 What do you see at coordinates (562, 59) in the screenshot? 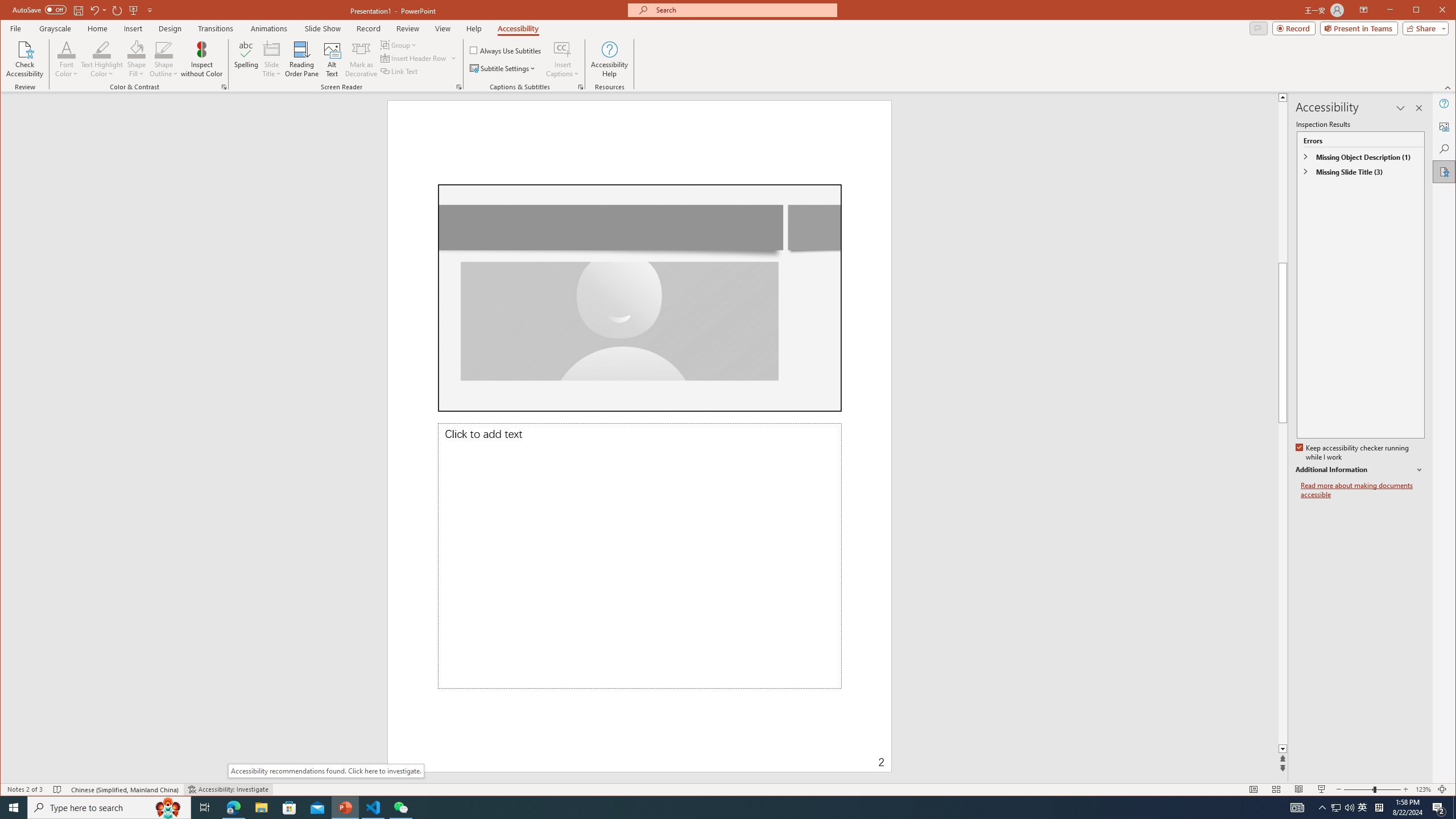
I see `'Insert Captions'` at bounding box center [562, 59].